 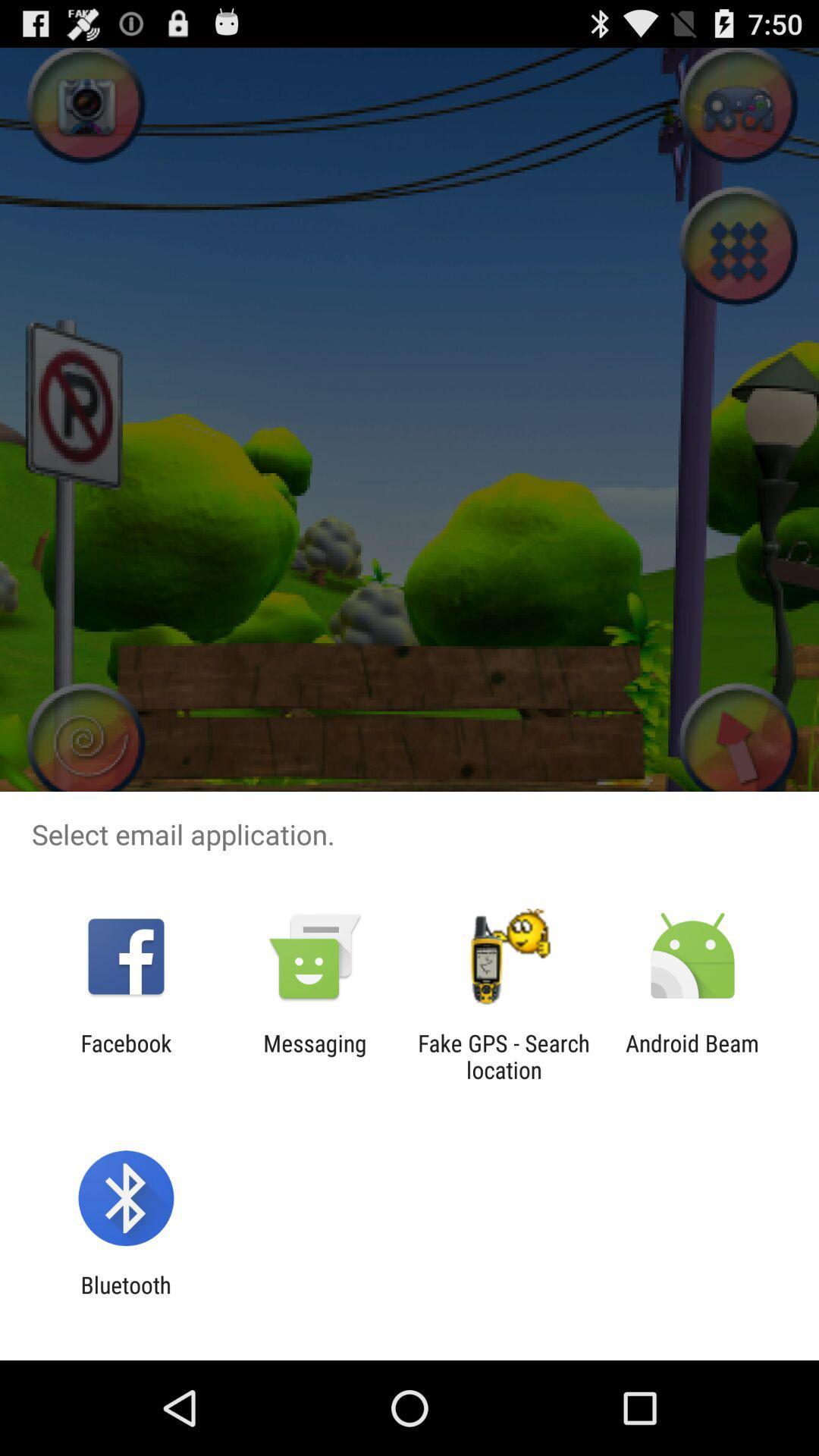 What do you see at coordinates (504, 1056) in the screenshot?
I see `fake gps search app` at bounding box center [504, 1056].